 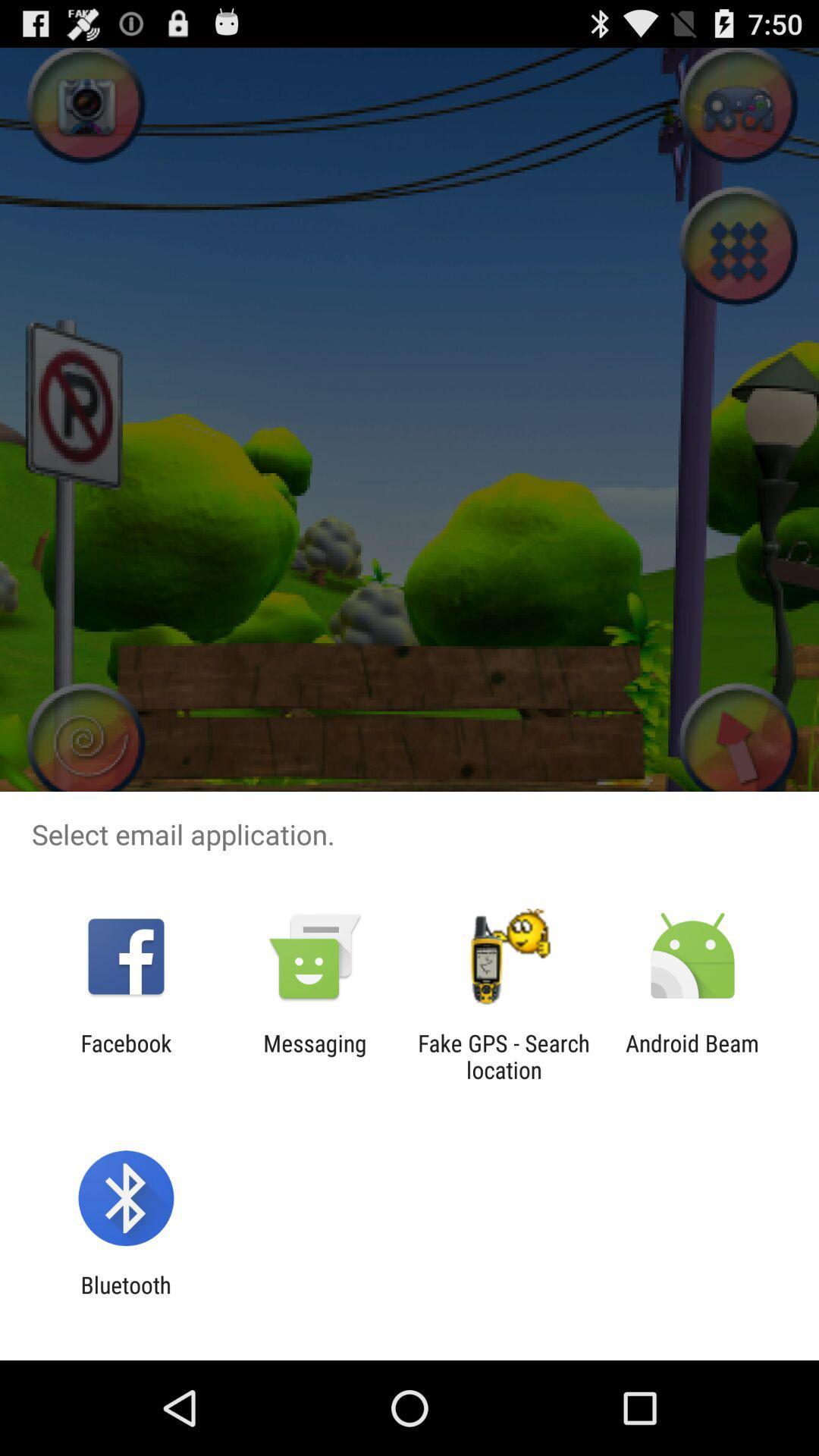 What do you see at coordinates (504, 1056) in the screenshot?
I see `fake gps search app` at bounding box center [504, 1056].